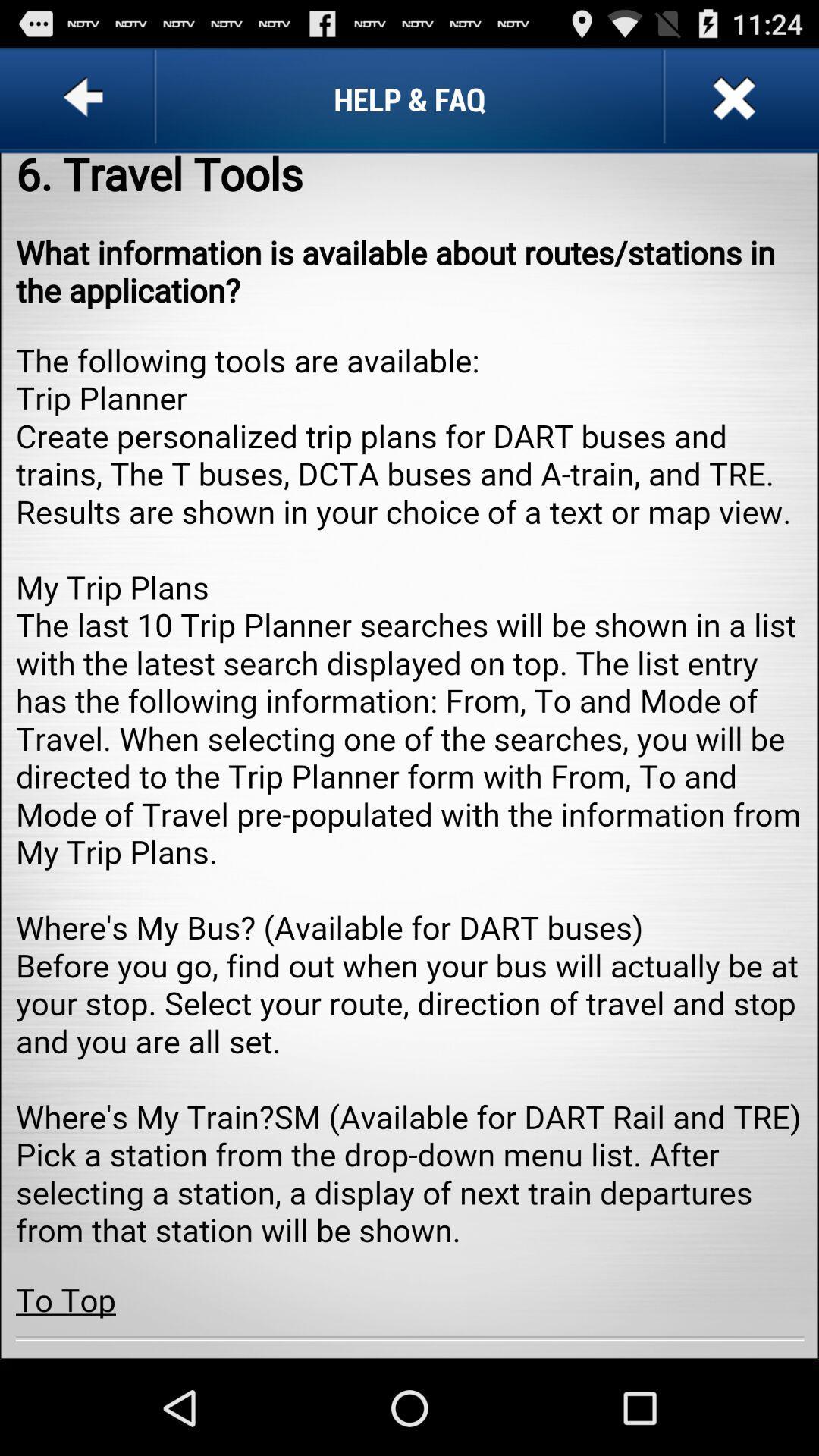  What do you see at coordinates (731, 98) in the screenshot?
I see `the tab` at bounding box center [731, 98].